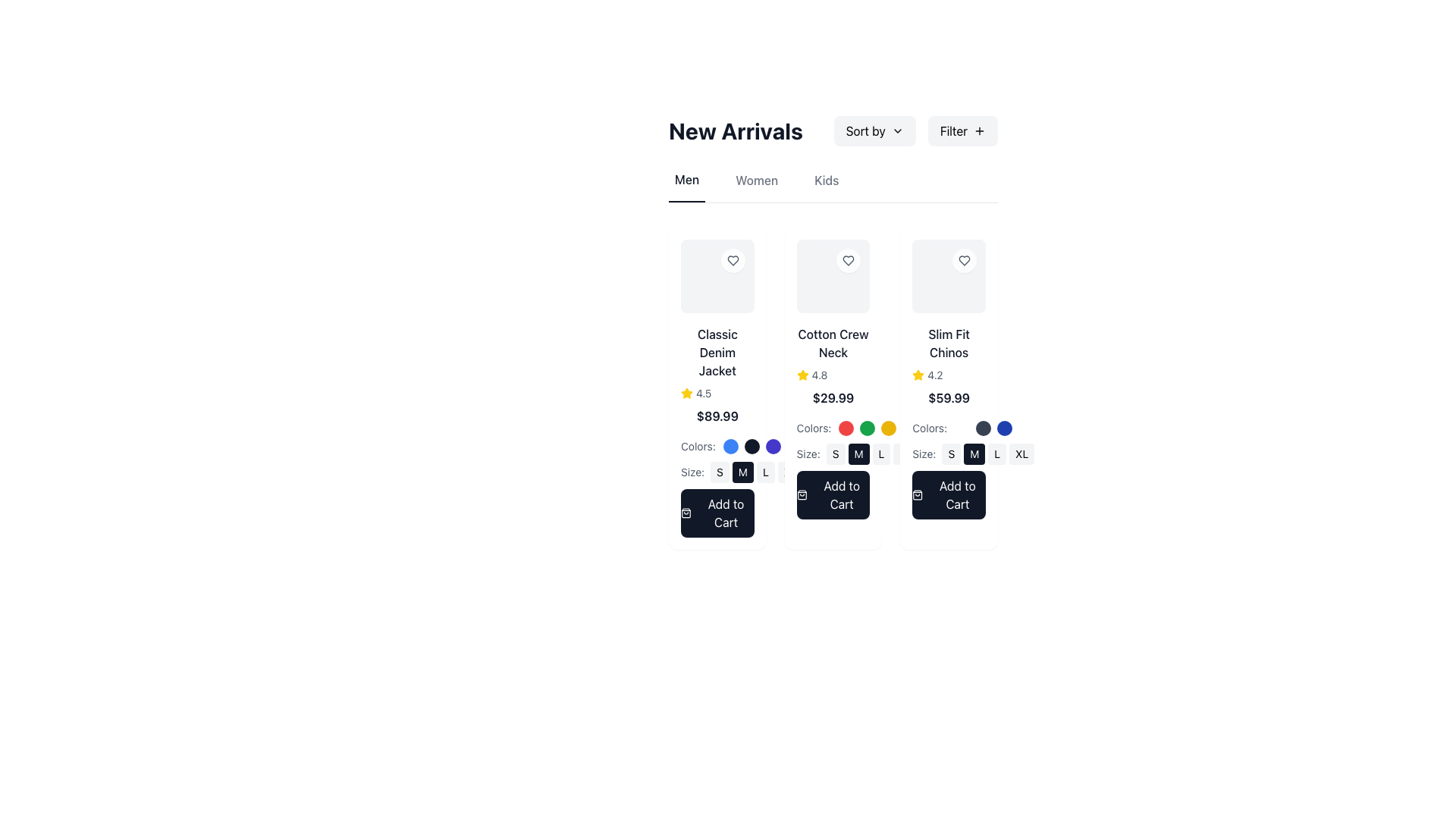  I want to click on the text label displaying the product name 'Slim Fit Chinos', which is located under the 'New Arrivals' section and is styled in a medium-weight dark gray font on a white background, so click(948, 343).